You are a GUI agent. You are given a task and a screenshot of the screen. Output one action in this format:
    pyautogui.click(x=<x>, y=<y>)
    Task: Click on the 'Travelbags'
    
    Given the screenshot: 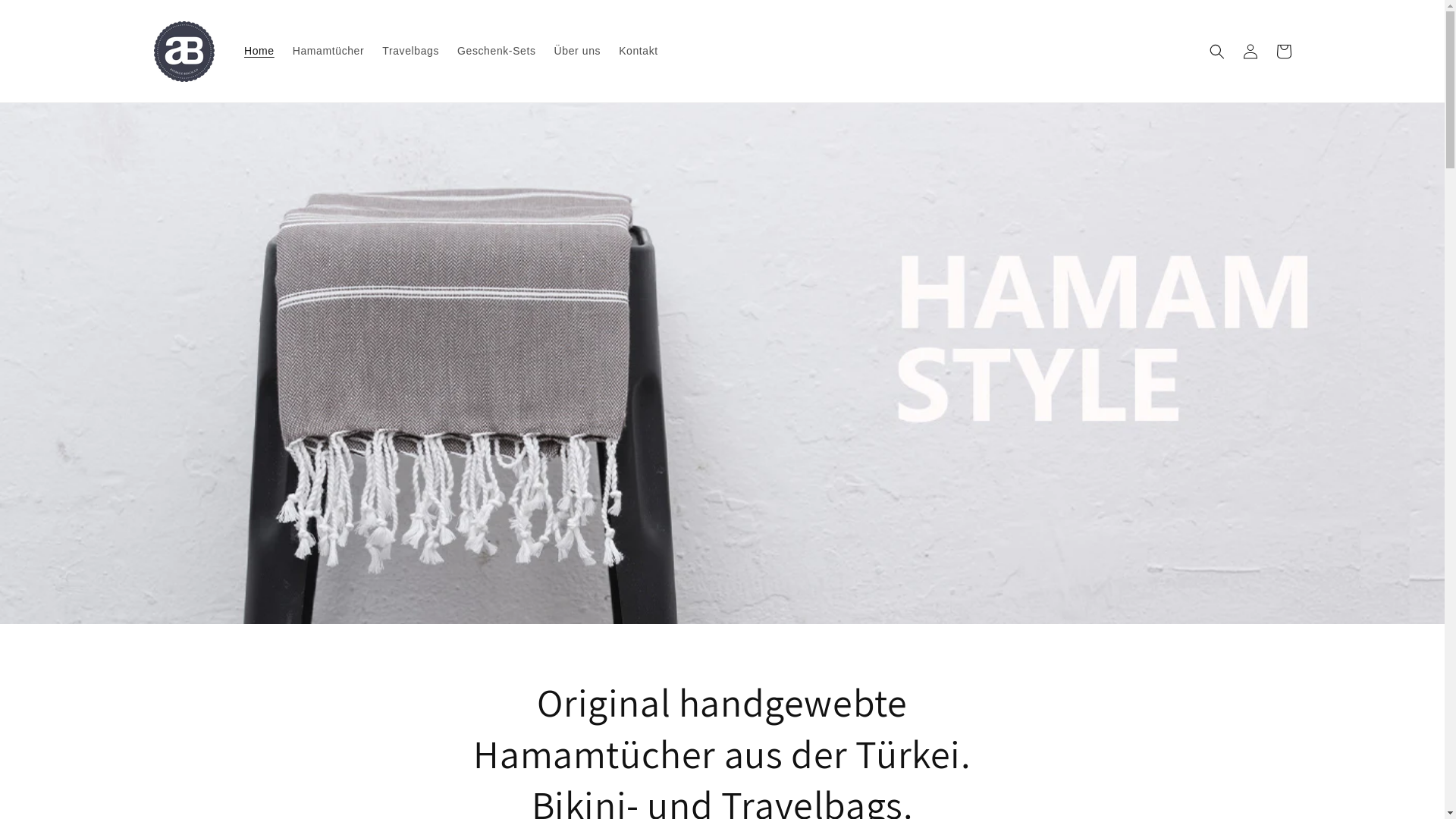 What is the action you would take?
    pyautogui.click(x=410, y=49)
    